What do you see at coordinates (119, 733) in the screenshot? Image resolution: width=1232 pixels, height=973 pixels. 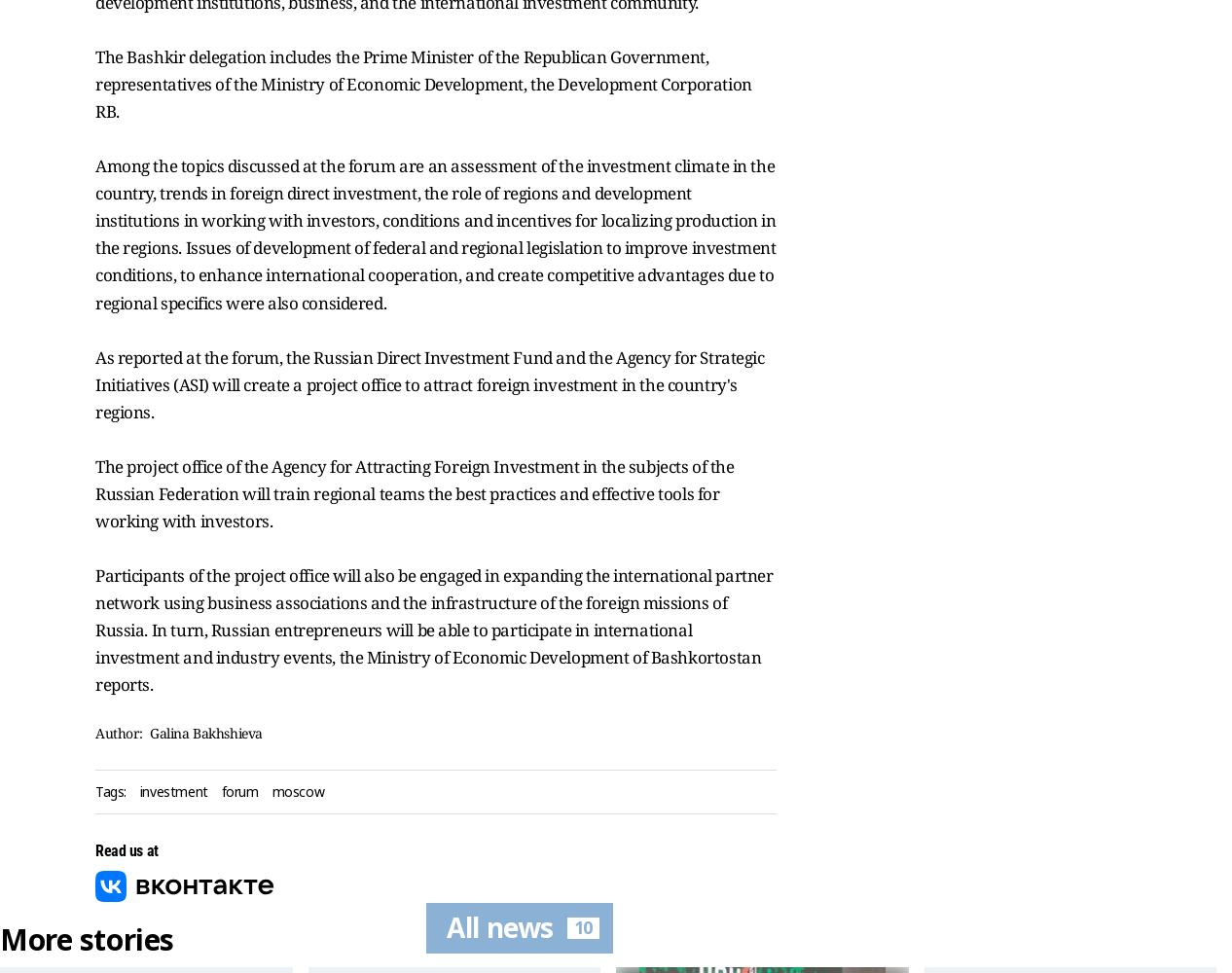 I see `'Author:'` at bounding box center [119, 733].